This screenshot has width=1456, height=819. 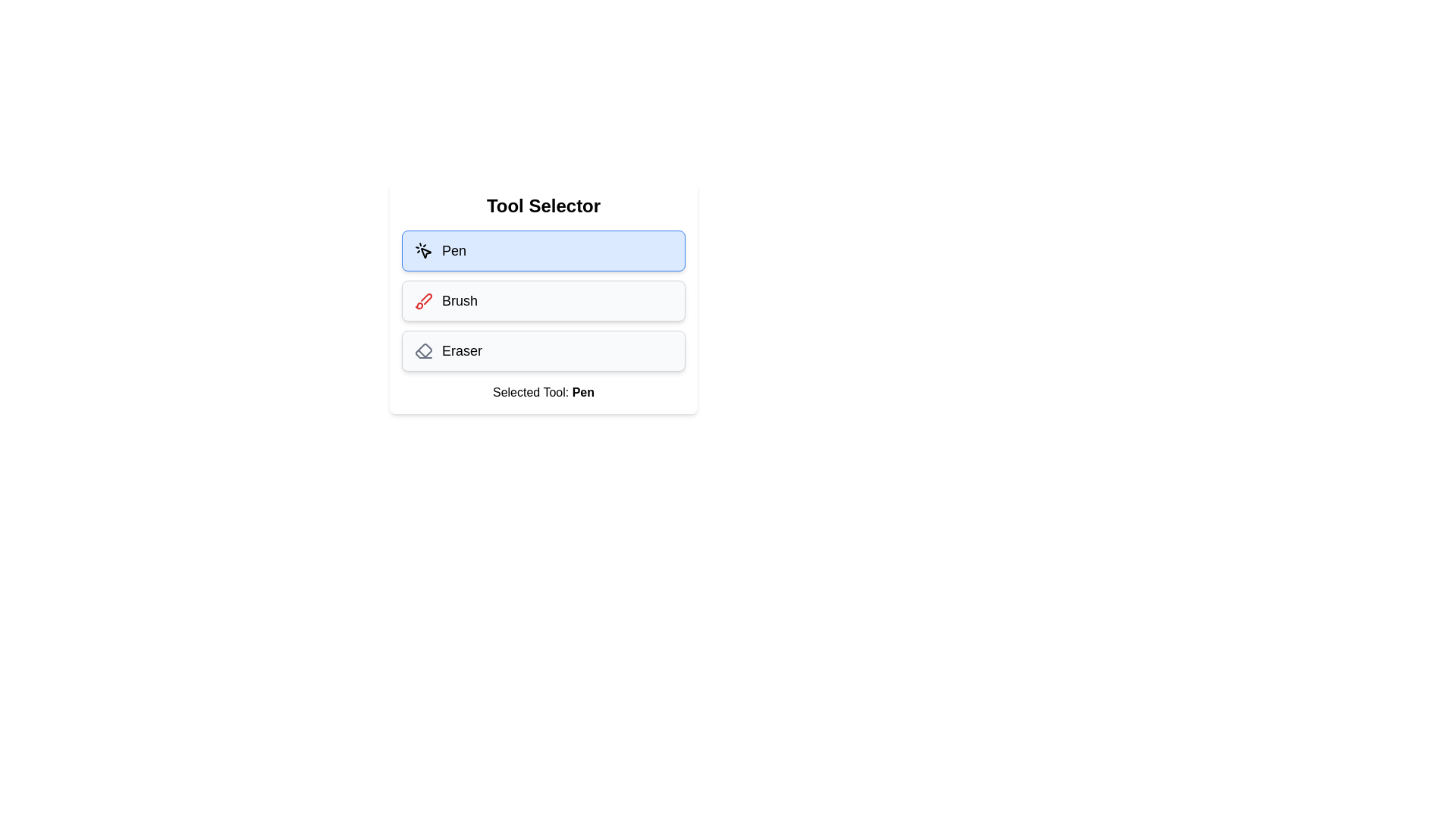 What do you see at coordinates (543, 350) in the screenshot?
I see `the tool Eraser by clicking its button` at bounding box center [543, 350].